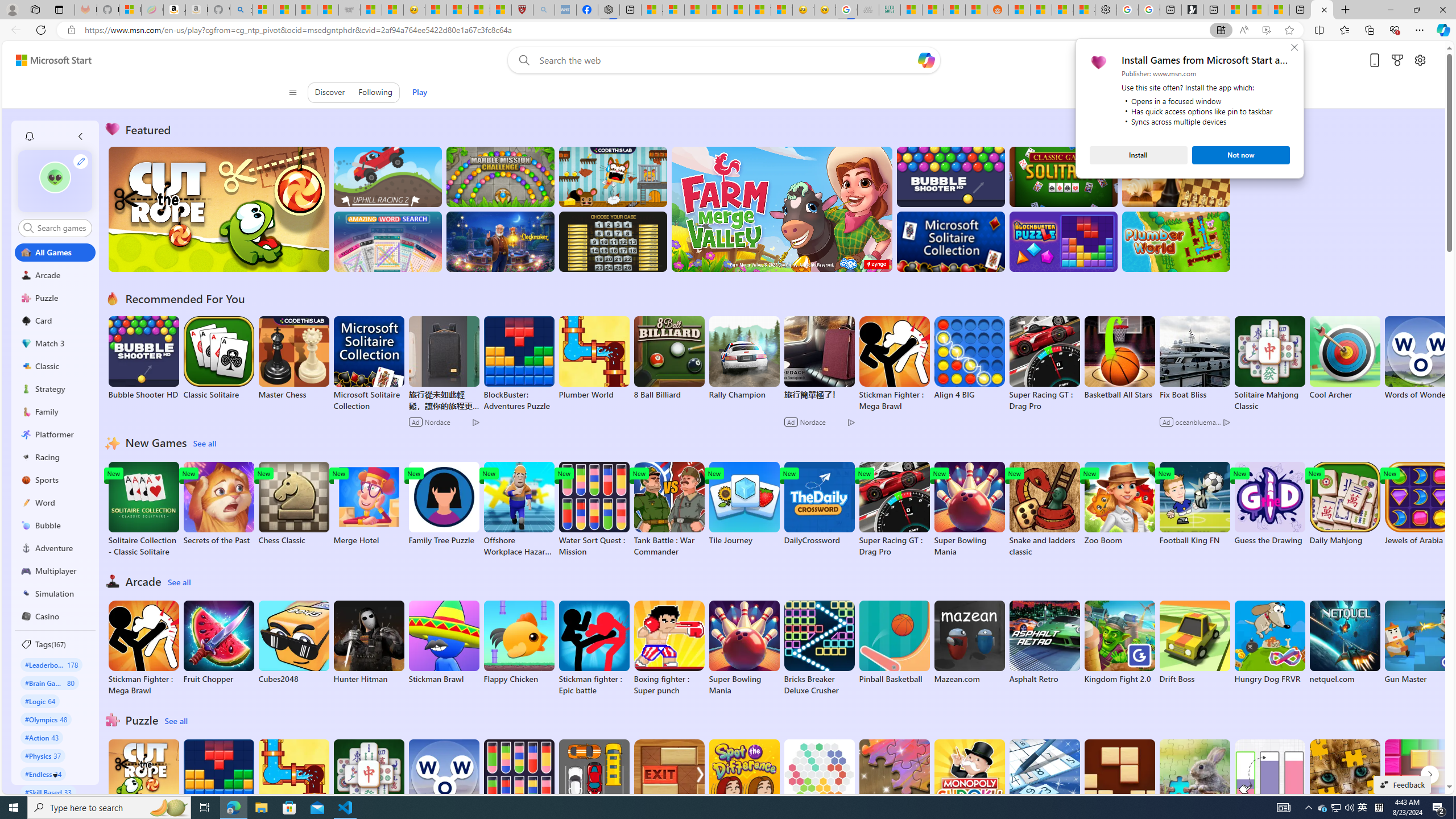  I want to click on 'Master Chess', so click(292, 358).